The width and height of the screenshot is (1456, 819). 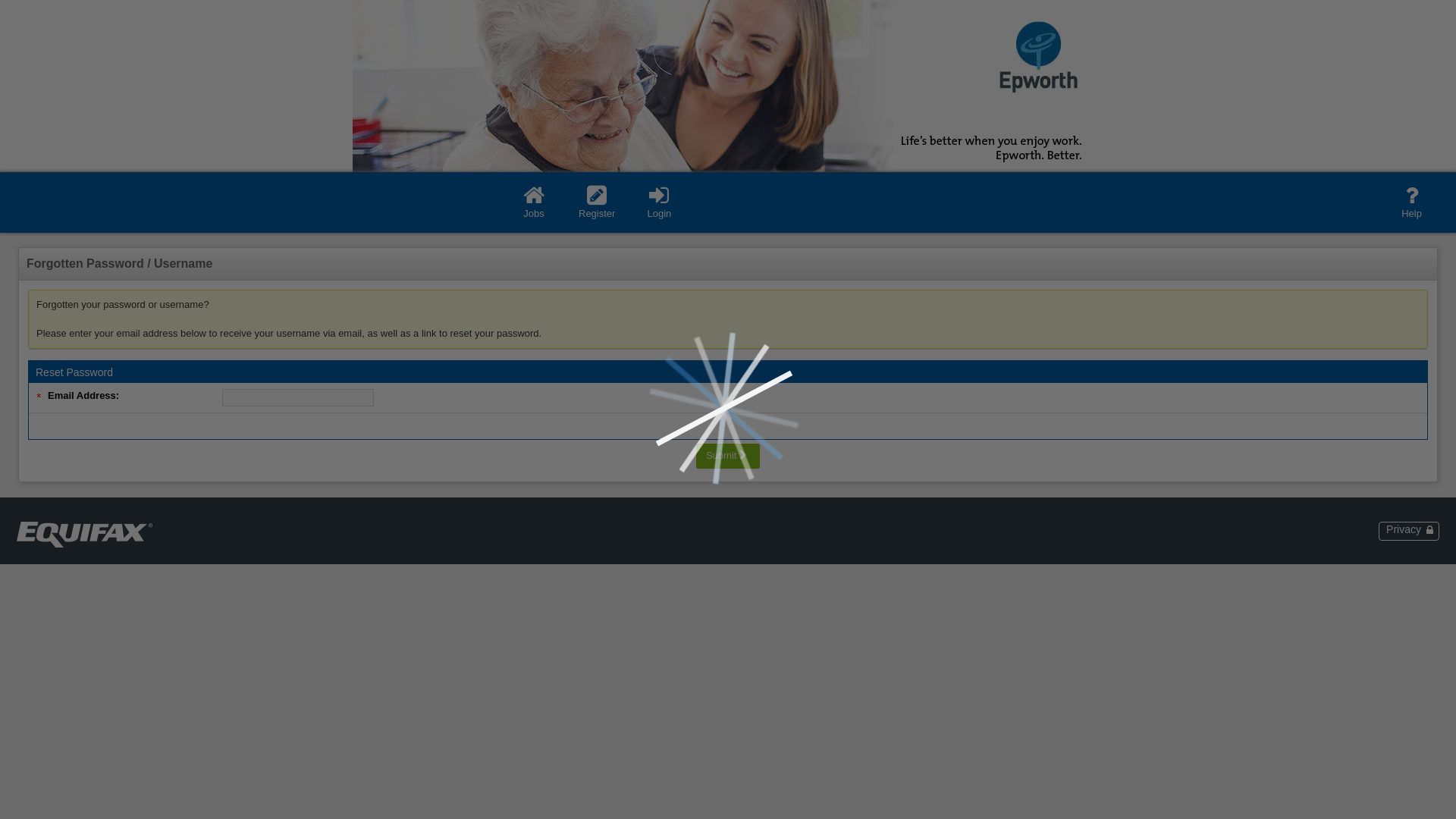 I want to click on 'Help', so click(x=1410, y=201).